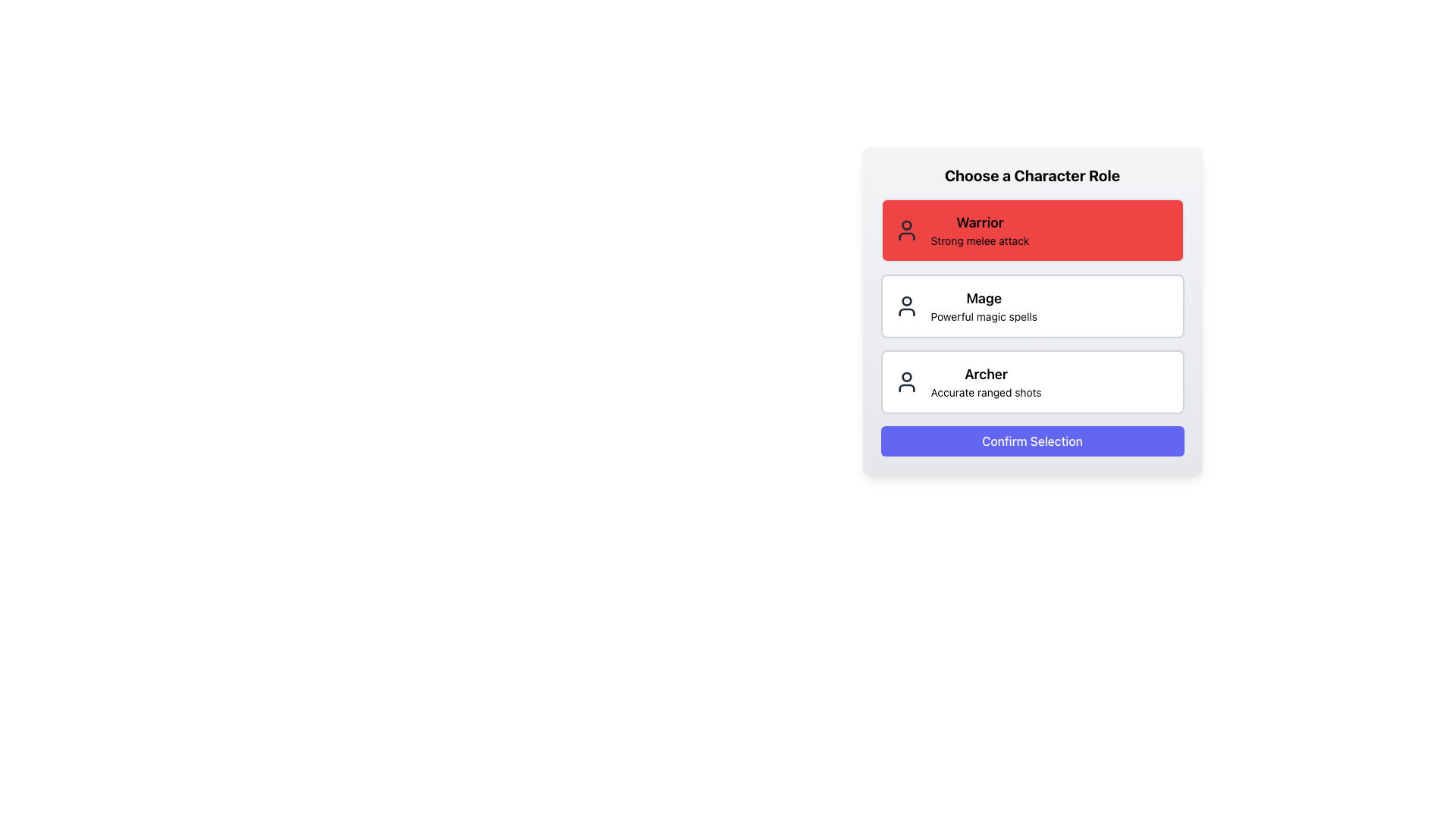 The height and width of the screenshot is (819, 1456). What do you see at coordinates (1031, 231) in the screenshot?
I see `the 'Warrior' character selection button, which has a red background with a user icon and text describing a strong melee attack` at bounding box center [1031, 231].